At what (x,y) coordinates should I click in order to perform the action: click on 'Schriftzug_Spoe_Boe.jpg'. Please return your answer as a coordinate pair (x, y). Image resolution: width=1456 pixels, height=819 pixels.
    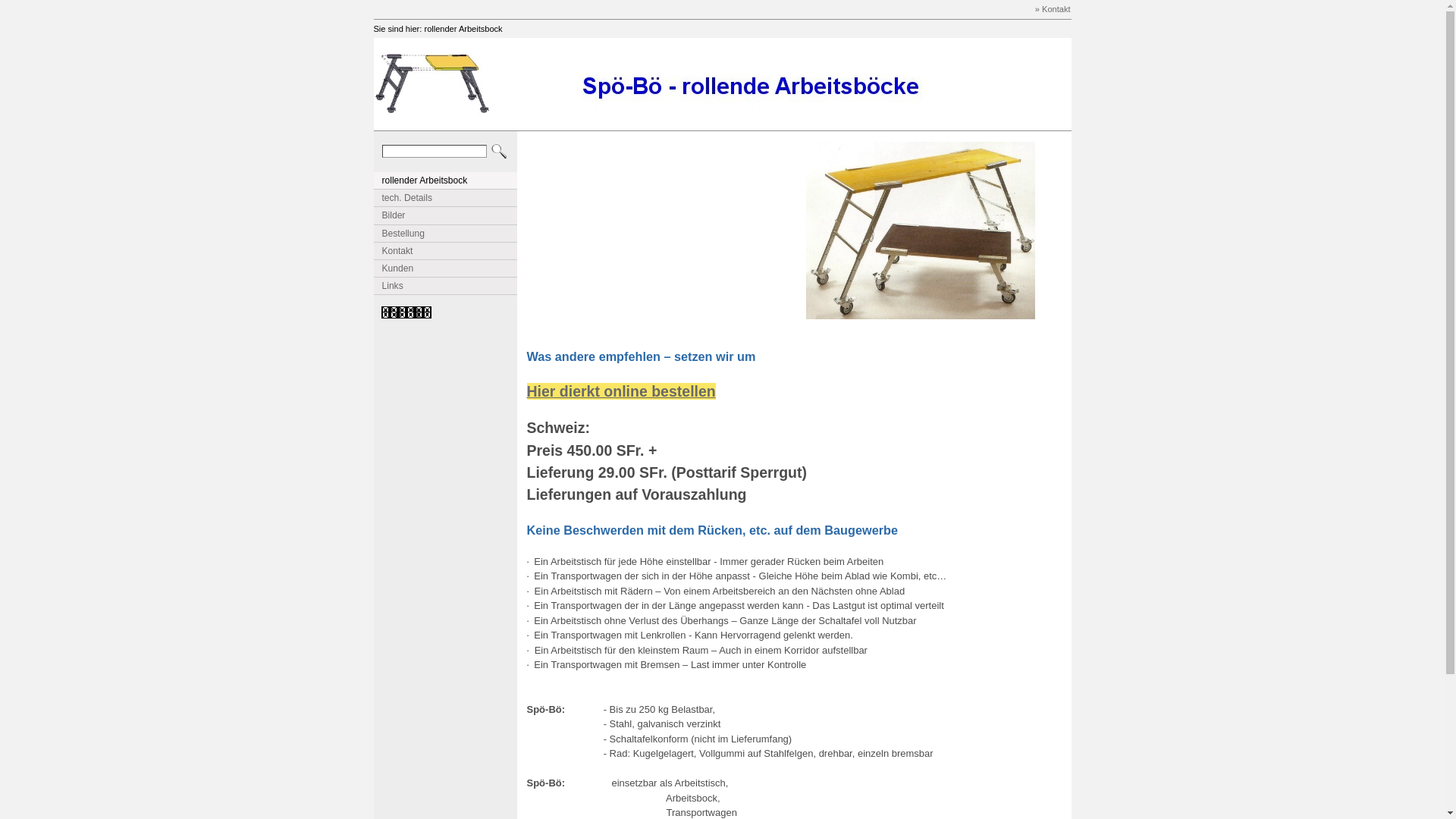
    Looking at the image, I should click on (746, 84).